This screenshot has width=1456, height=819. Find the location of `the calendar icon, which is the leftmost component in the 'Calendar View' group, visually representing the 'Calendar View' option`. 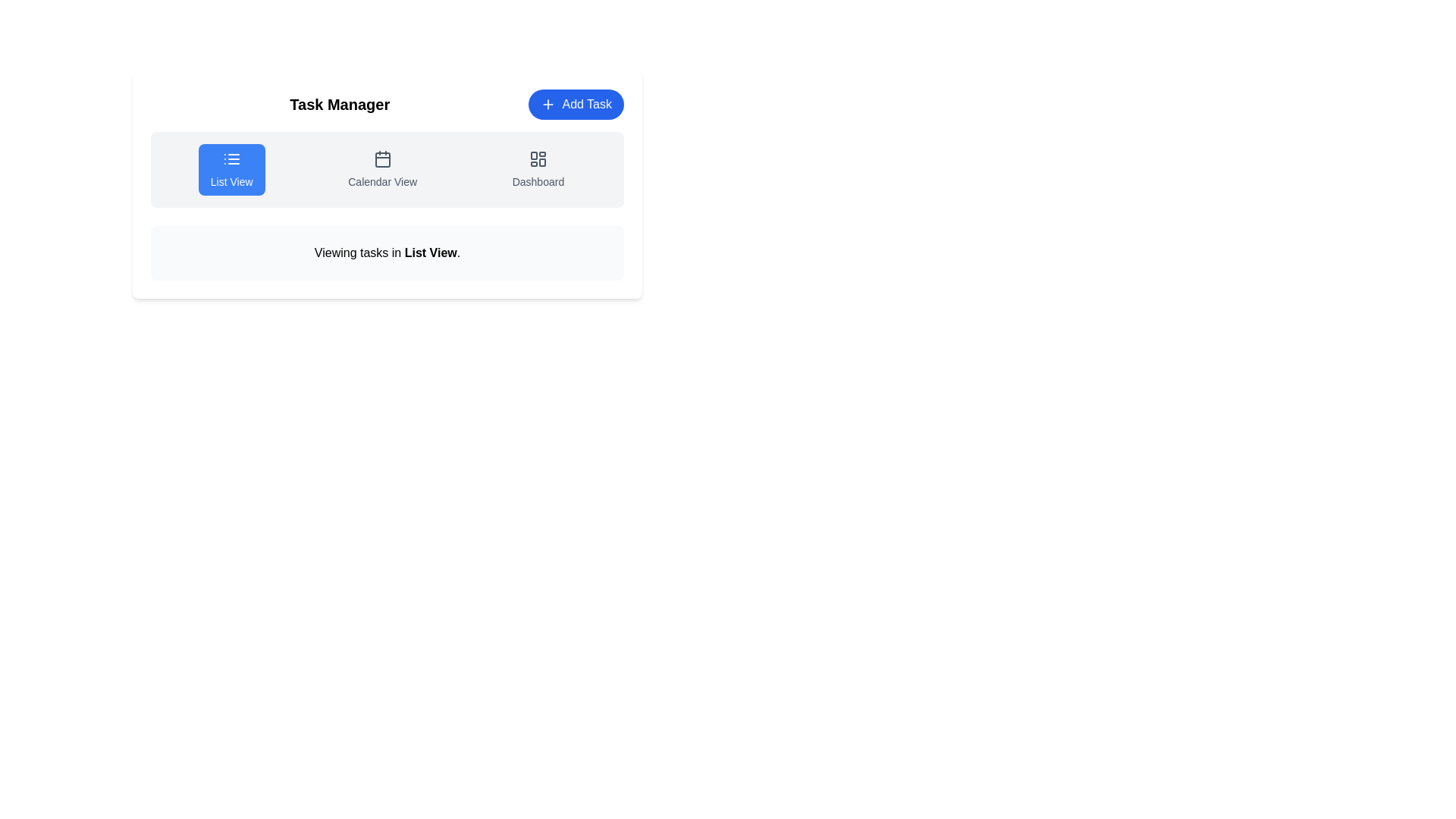

the calendar icon, which is the leftmost component in the 'Calendar View' group, visually representing the 'Calendar View' option is located at coordinates (382, 158).